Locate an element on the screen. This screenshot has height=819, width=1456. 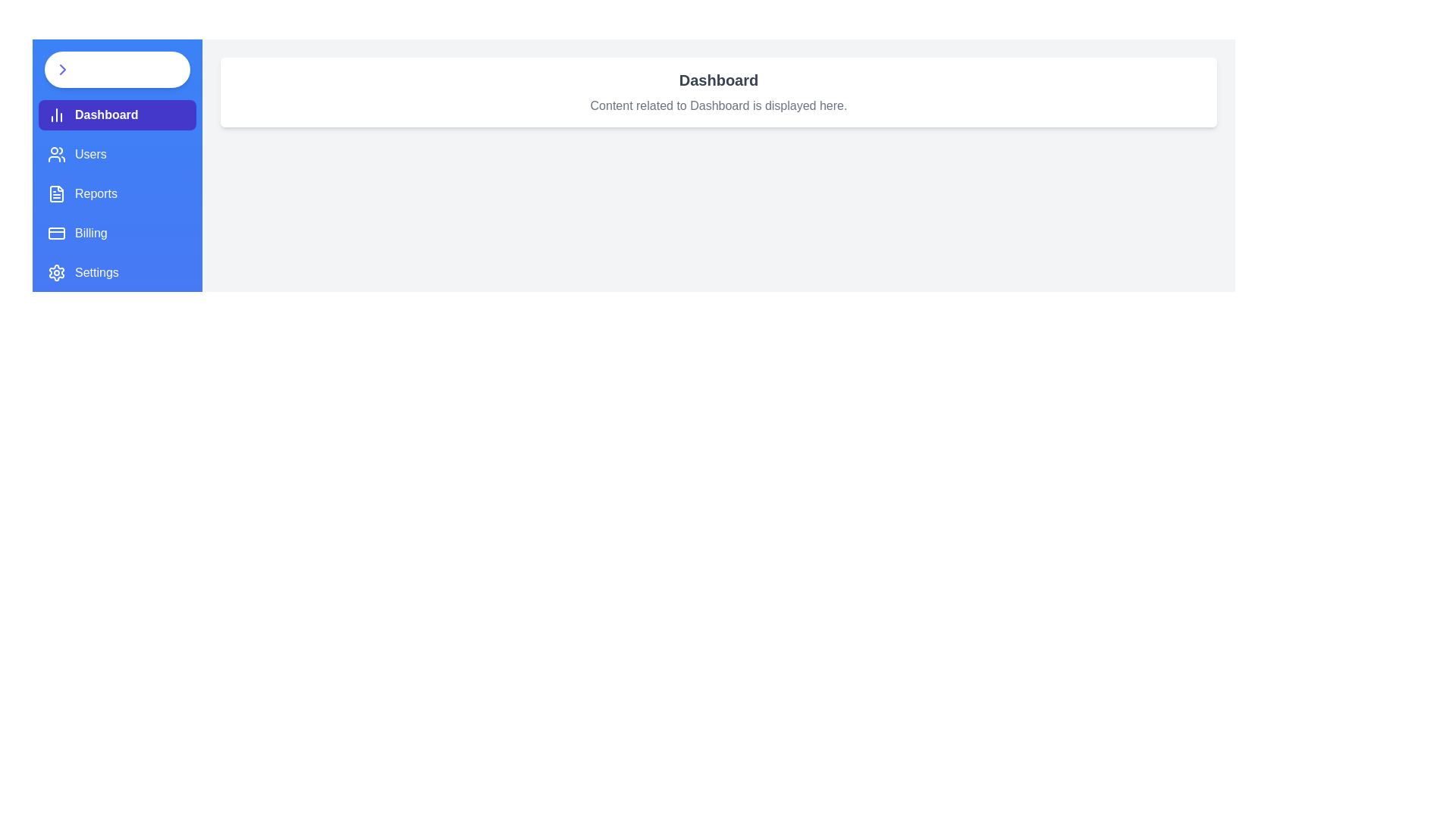
the Billing tab to observe the hover effect is located at coordinates (116, 234).